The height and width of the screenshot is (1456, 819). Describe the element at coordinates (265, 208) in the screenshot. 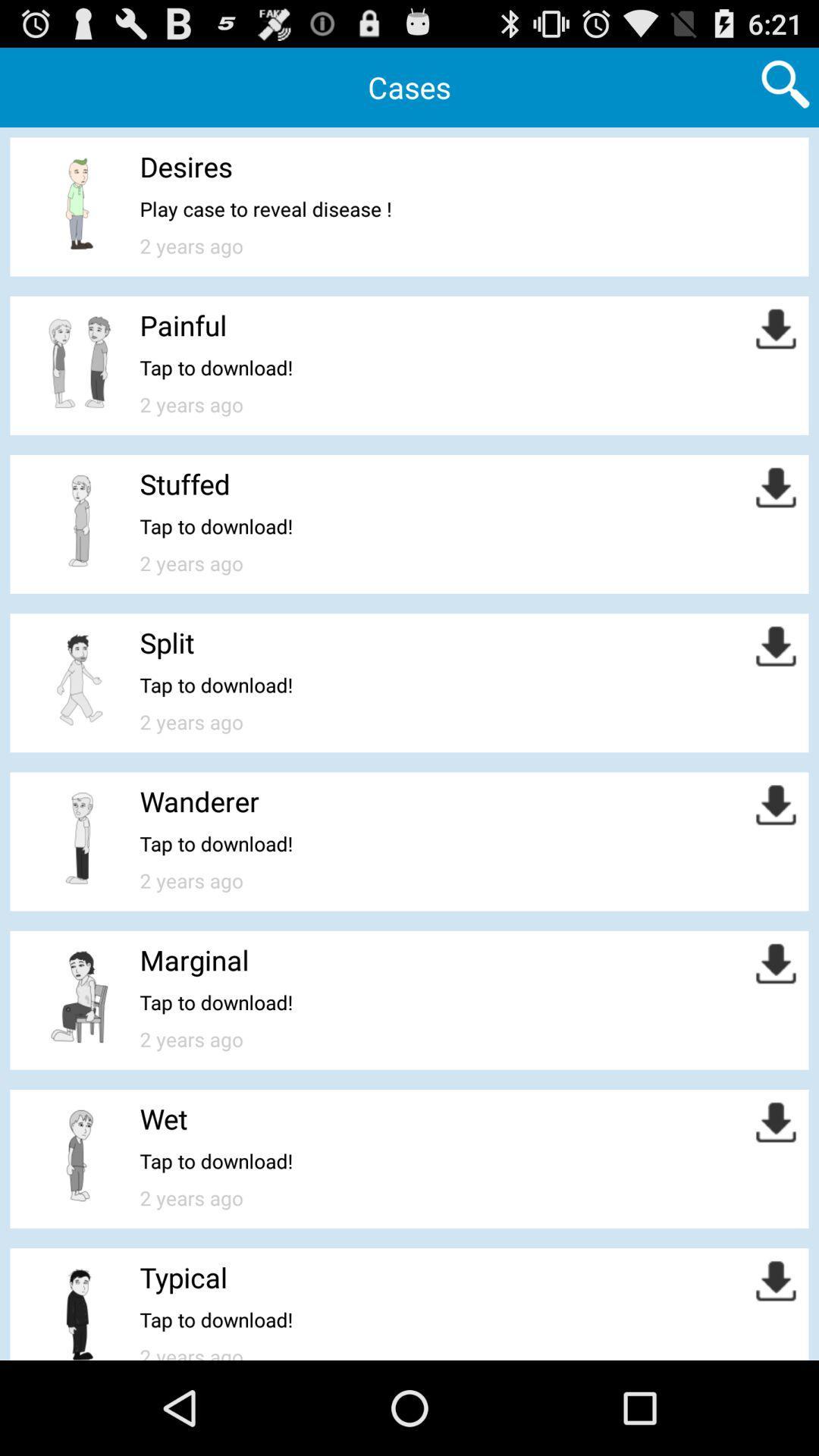

I see `the play case to item` at that location.